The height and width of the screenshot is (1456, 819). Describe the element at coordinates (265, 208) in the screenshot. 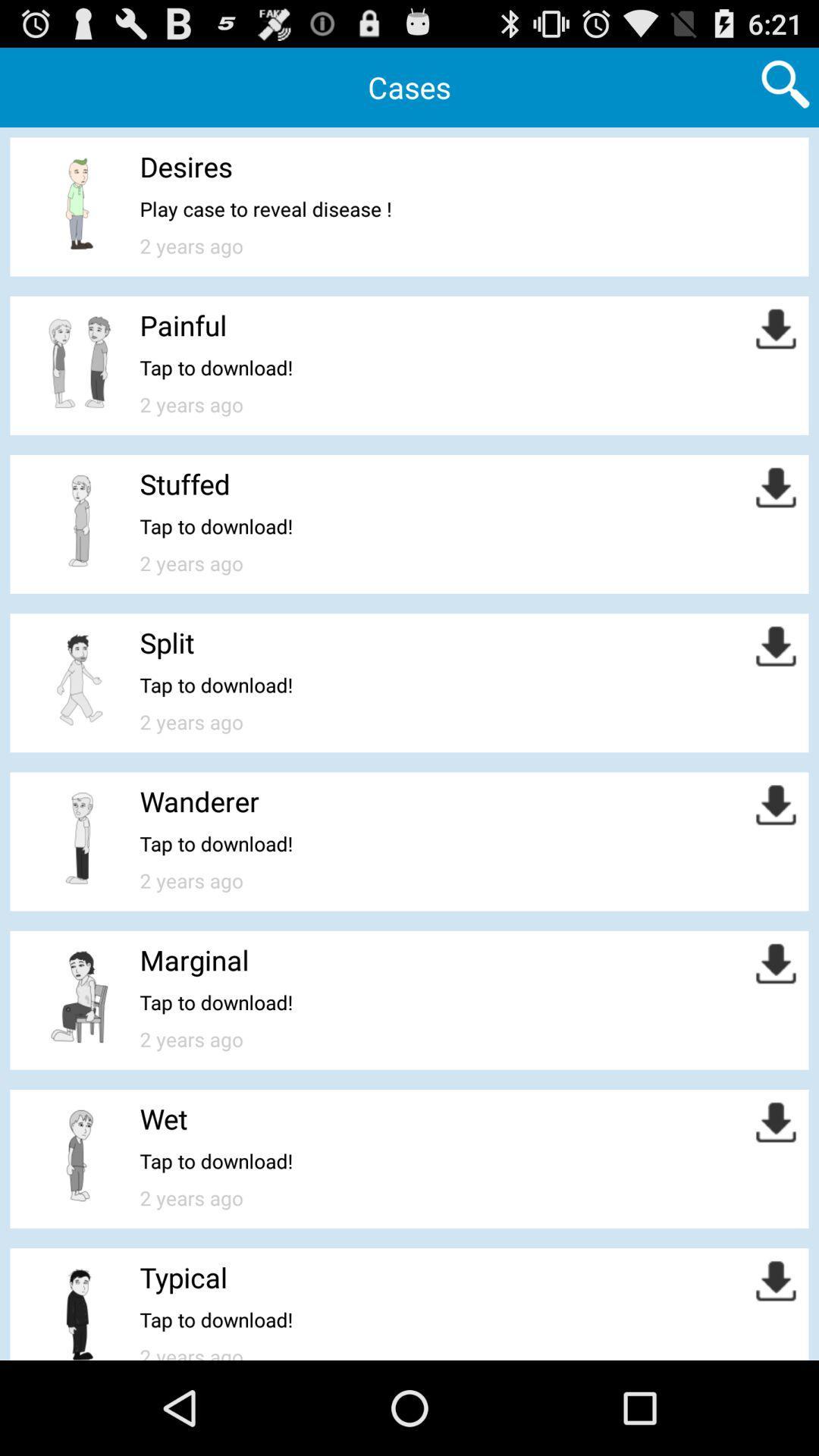

I see `the play case to item` at that location.